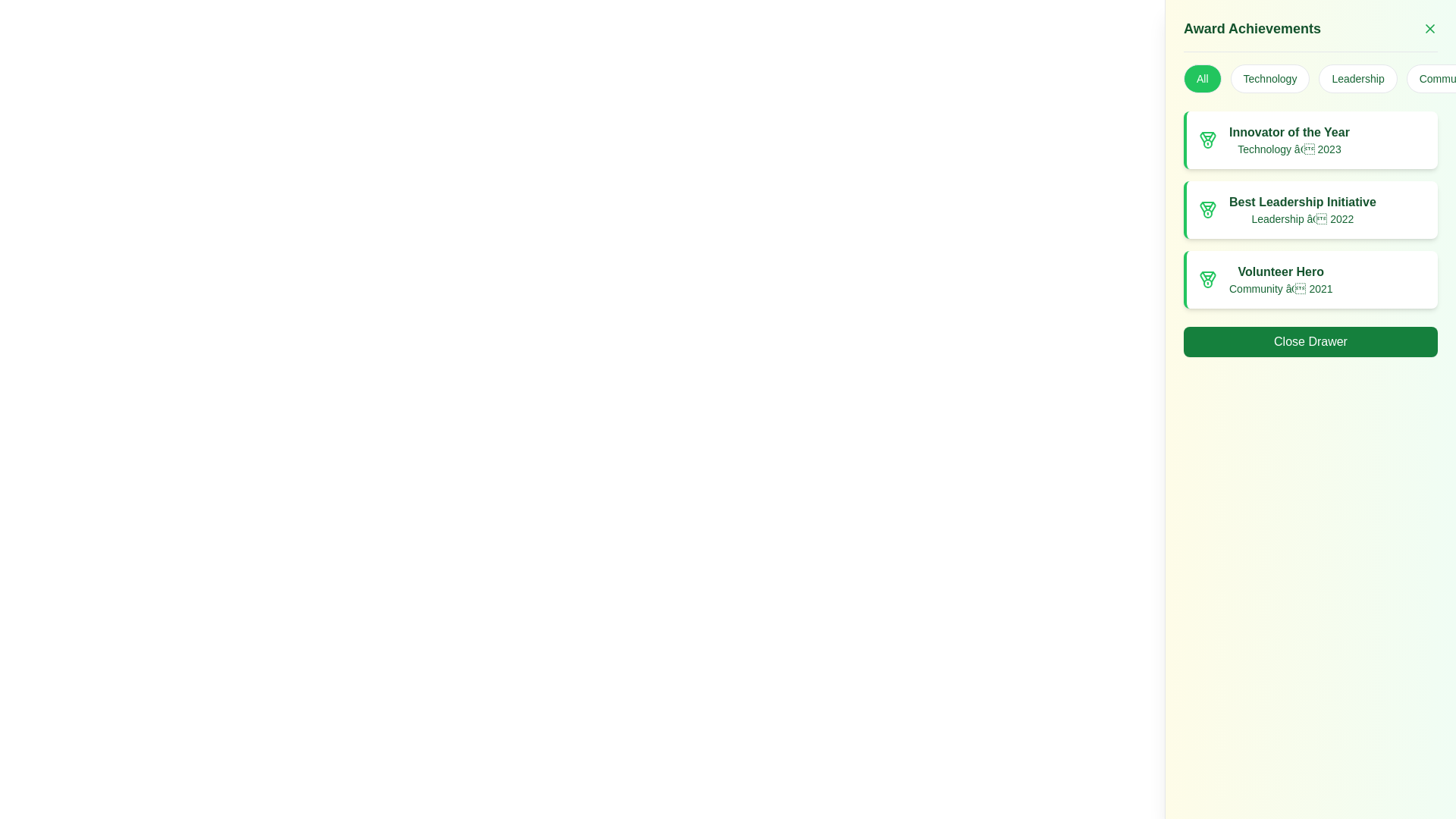  What do you see at coordinates (1280, 289) in the screenshot?
I see `the text label reading 'Community – 2021' which is styled with a green font color and is positioned below the 'Volunteer Hero' text in the third card of the 'Award Achievements' section` at bounding box center [1280, 289].